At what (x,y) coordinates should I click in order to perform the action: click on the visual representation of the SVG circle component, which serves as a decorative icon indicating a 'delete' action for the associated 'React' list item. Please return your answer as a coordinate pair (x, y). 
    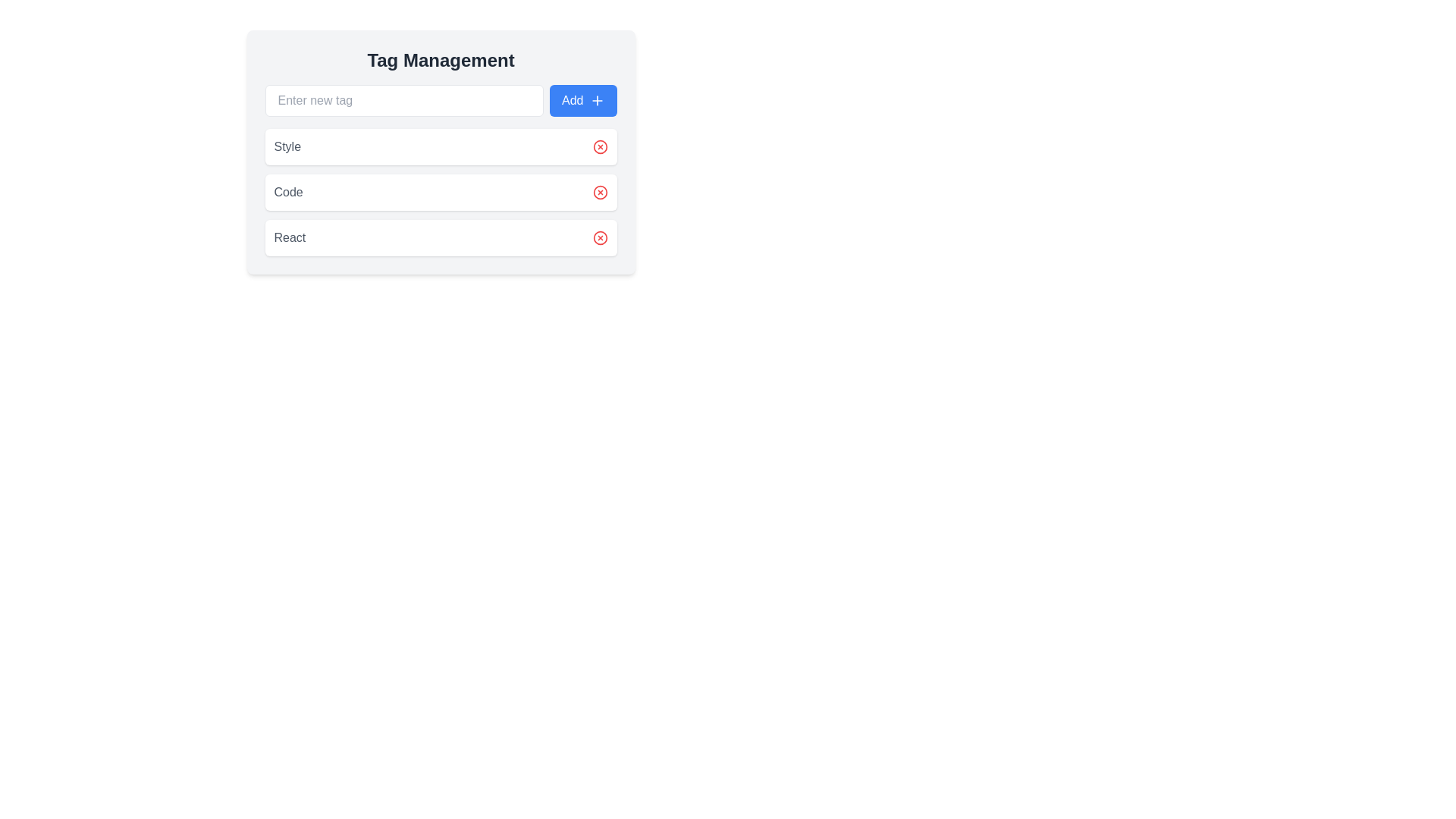
    Looking at the image, I should click on (599, 237).